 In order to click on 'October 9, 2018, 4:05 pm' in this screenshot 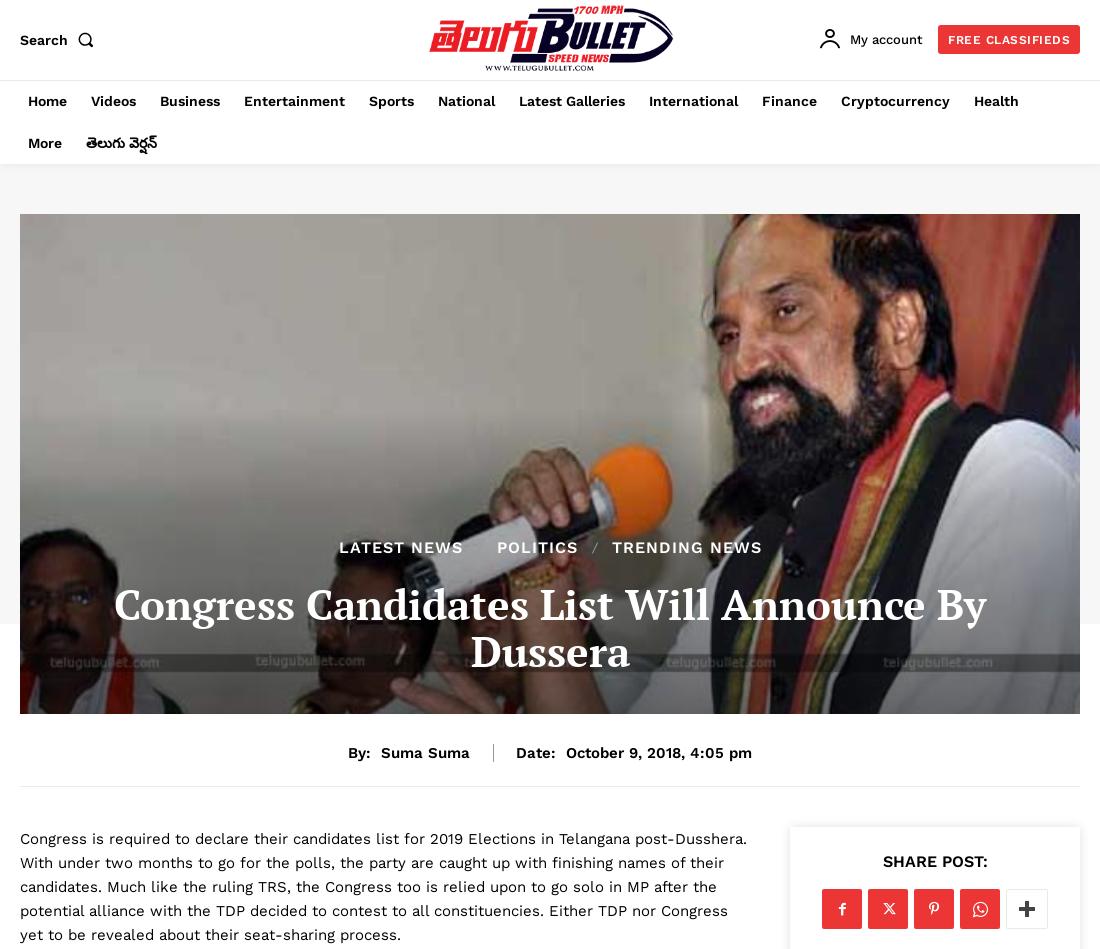, I will do `click(564, 753)`.